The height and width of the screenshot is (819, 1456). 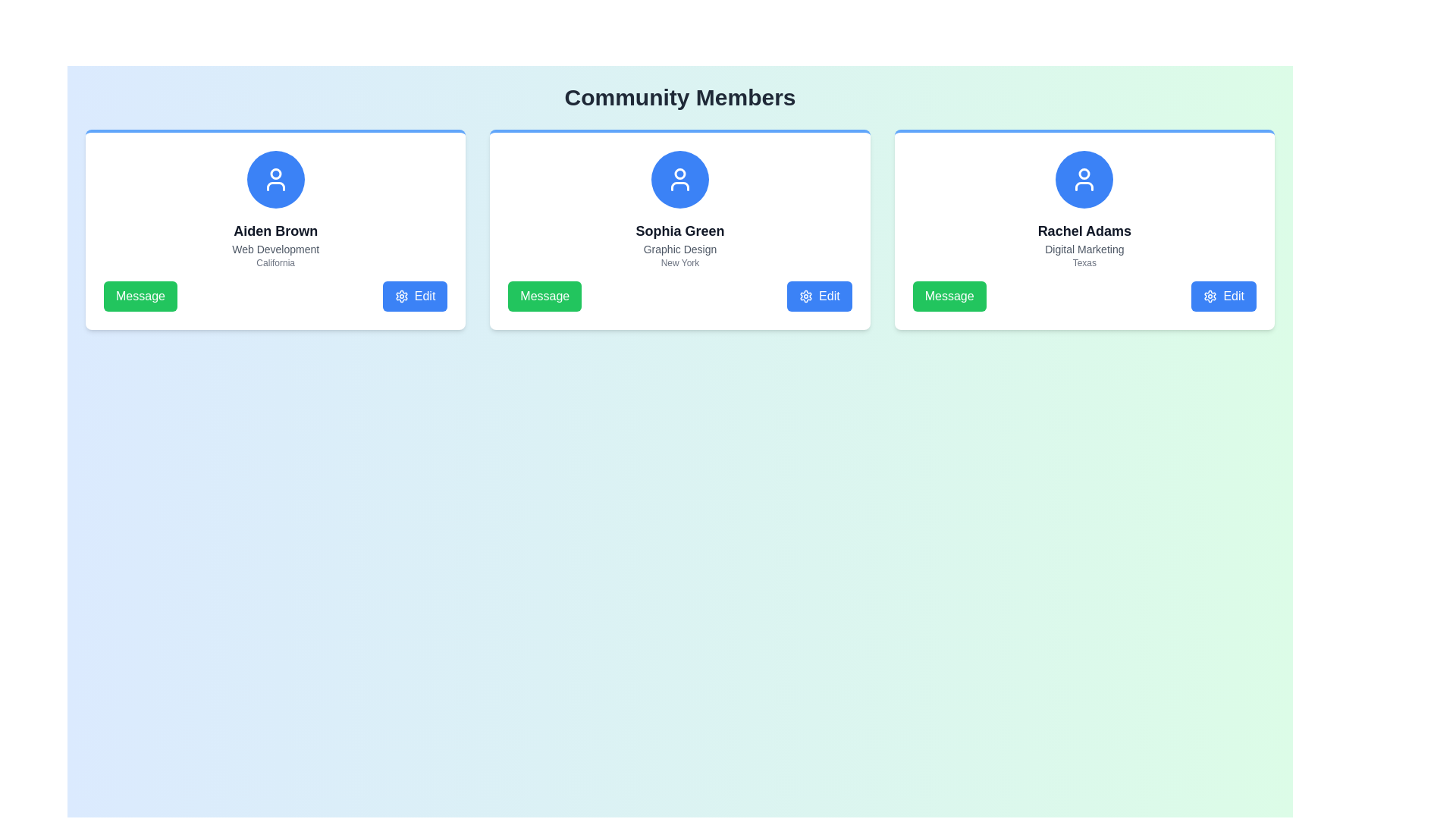 What do you see at coordinates (1084, 231) in the screenshot?
I see `the text label displaying 'Rachel Adams' which is prominently styled as a main title within the card for 'Rachel Adams' located under 'Community Members'` at bounding box center [1084, 231].